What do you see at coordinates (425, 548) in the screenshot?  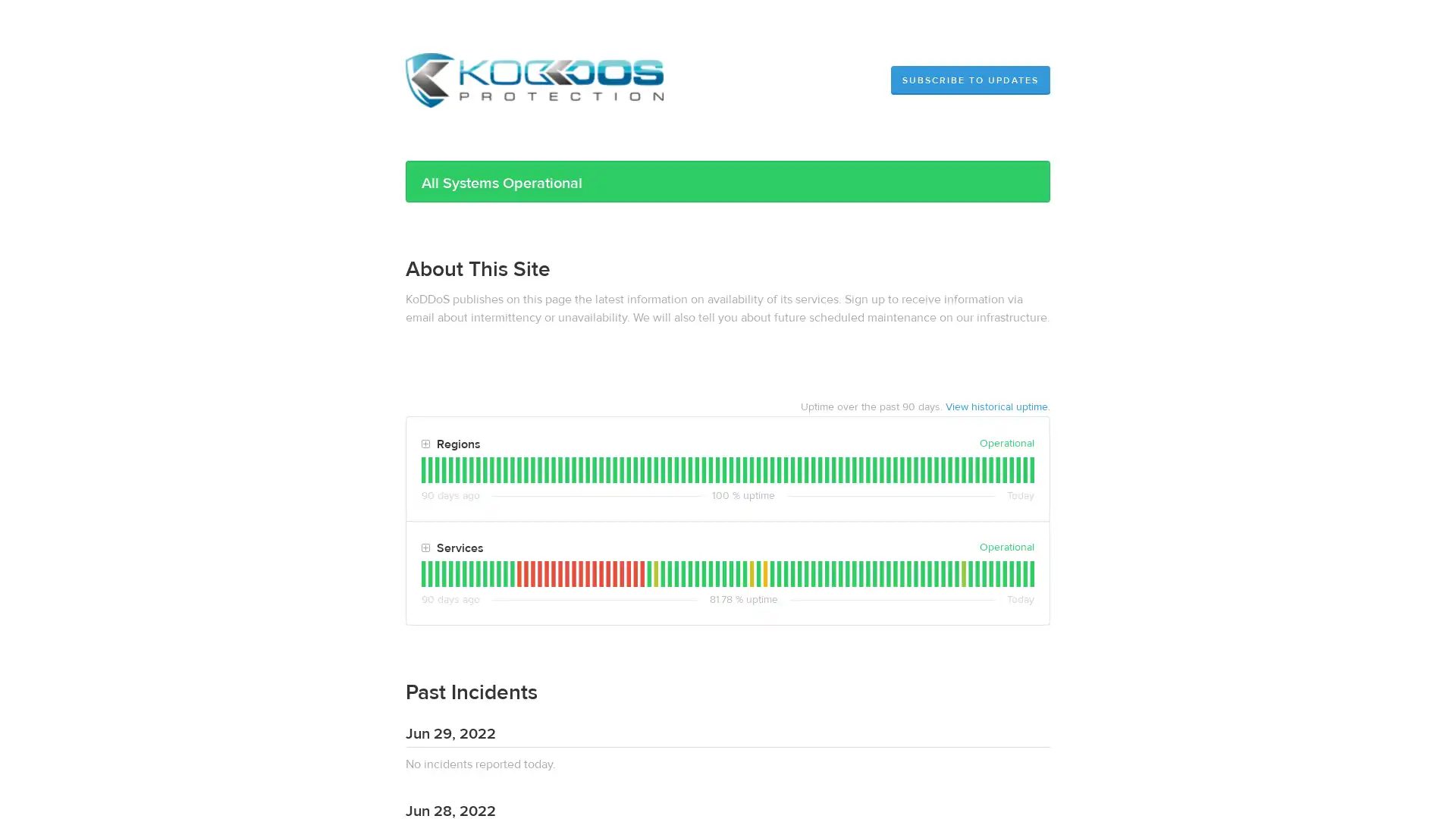 I see `Toggle Services` at bounding box center [425, 548].